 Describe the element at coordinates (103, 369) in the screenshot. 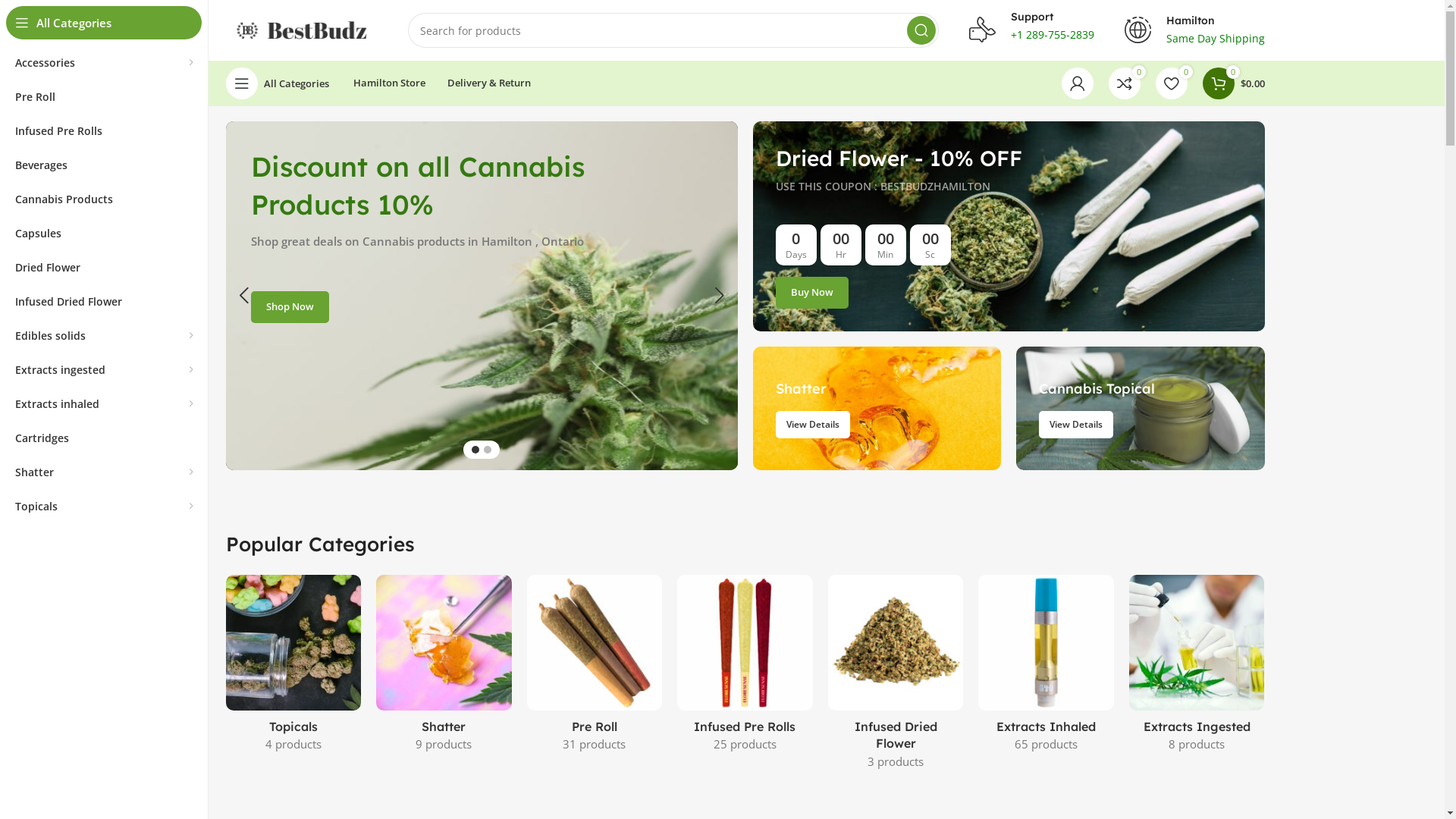

I see `'Extracts ingested'` at that location.